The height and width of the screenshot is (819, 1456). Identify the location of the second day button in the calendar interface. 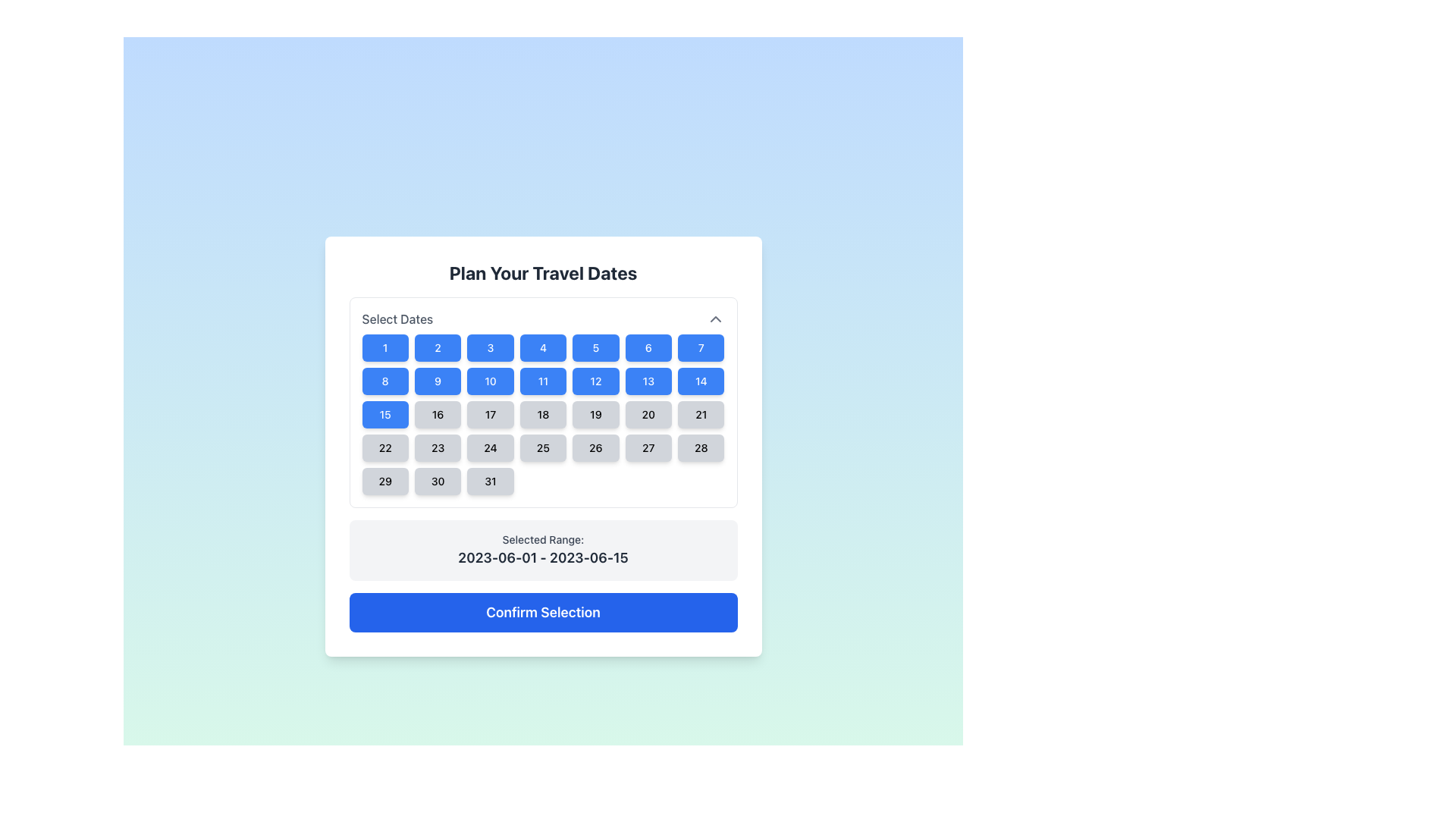
(437, 348).